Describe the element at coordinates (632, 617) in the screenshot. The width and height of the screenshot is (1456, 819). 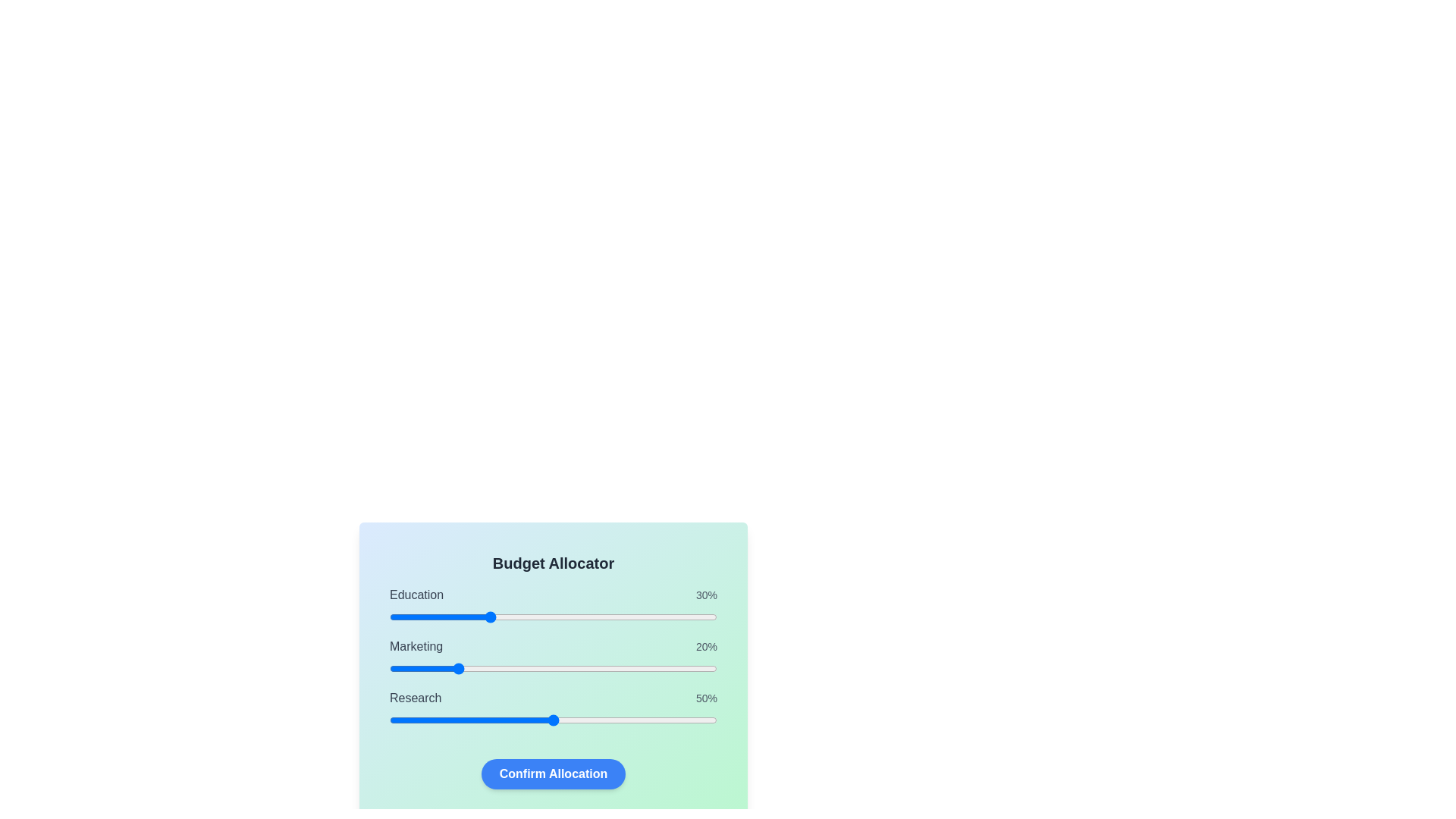
I see `the Education slider to 74%` at that location.